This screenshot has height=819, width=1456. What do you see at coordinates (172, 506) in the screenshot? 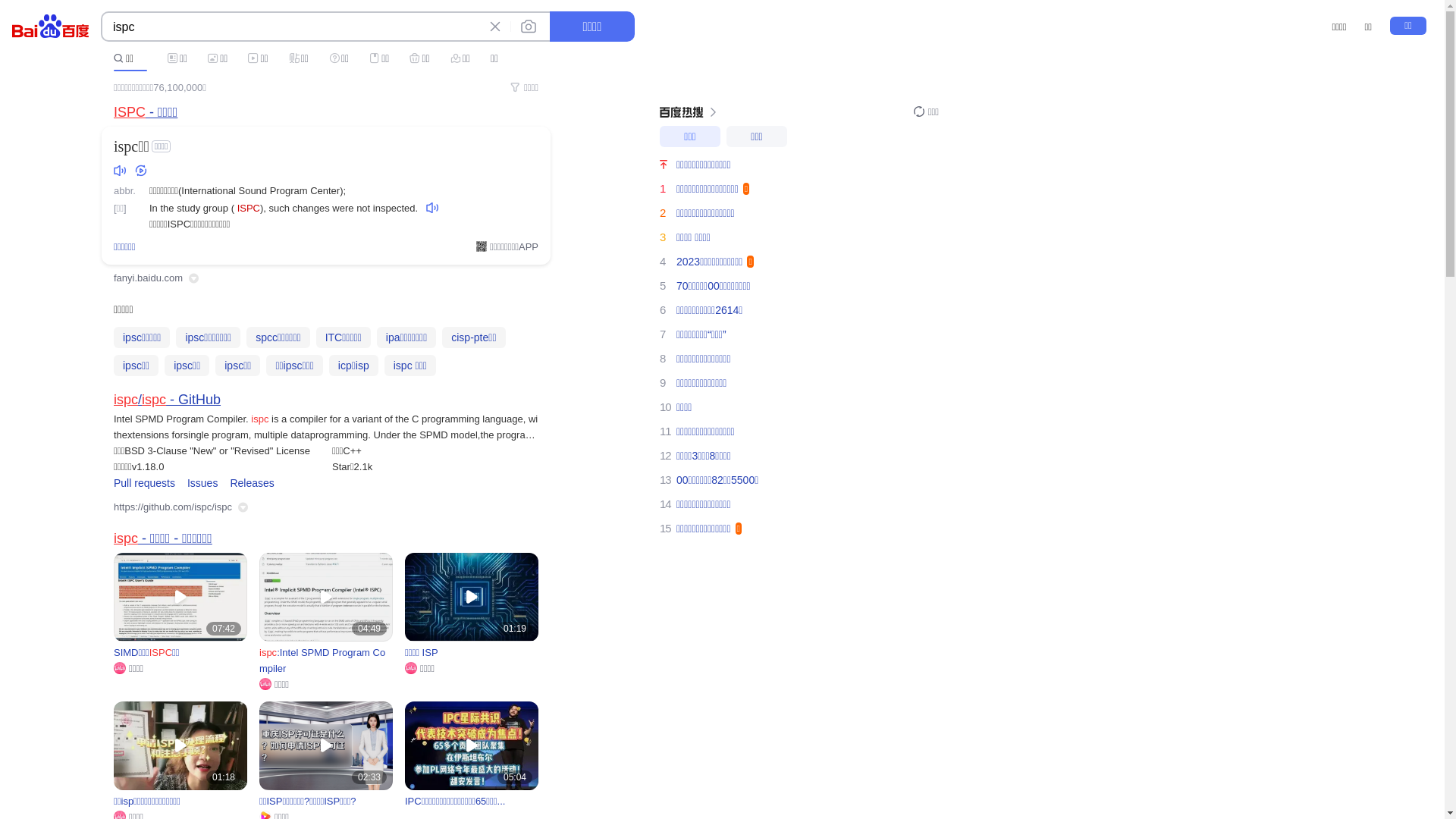
I see `'https://github.com/ispc/ispc'` at bounding box center [172, 506].